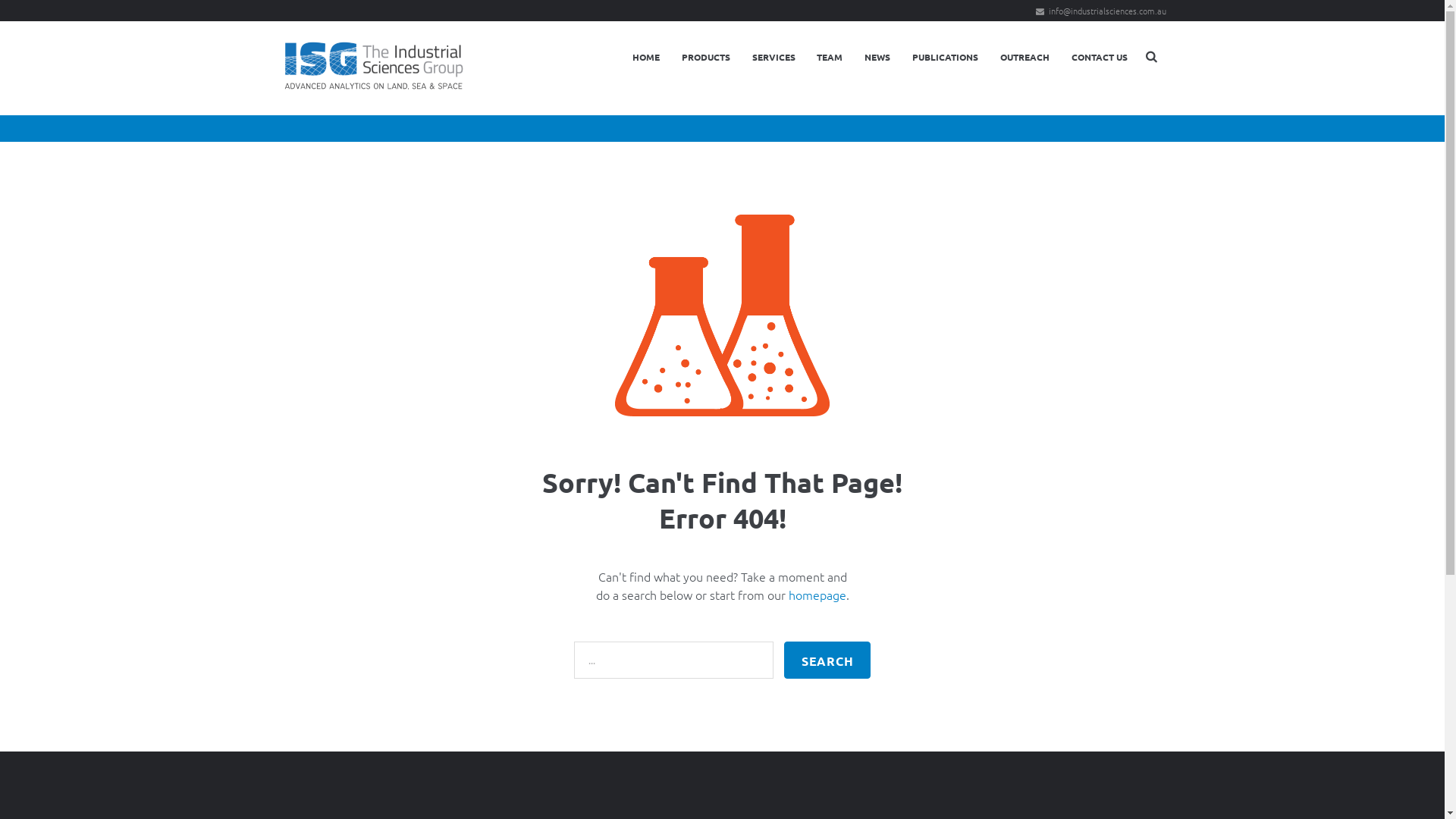 This screenshot has height=819, width=1456. What do you see at coordinates (877, 56) in the screenshot?
I see `'NEWS'` at bounding box center [877, 56].